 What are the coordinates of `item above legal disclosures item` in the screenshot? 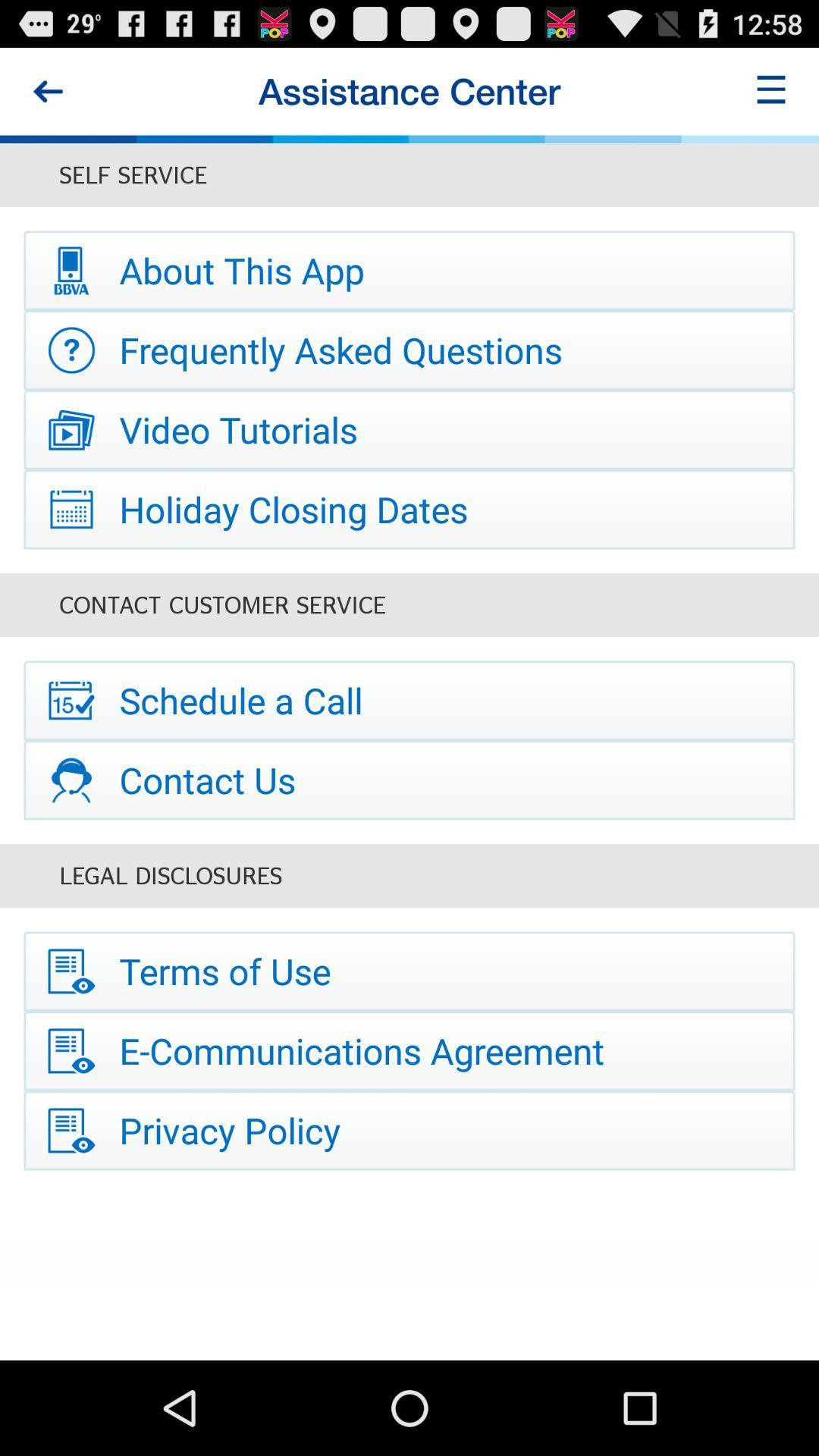 It's located at (409, 780).